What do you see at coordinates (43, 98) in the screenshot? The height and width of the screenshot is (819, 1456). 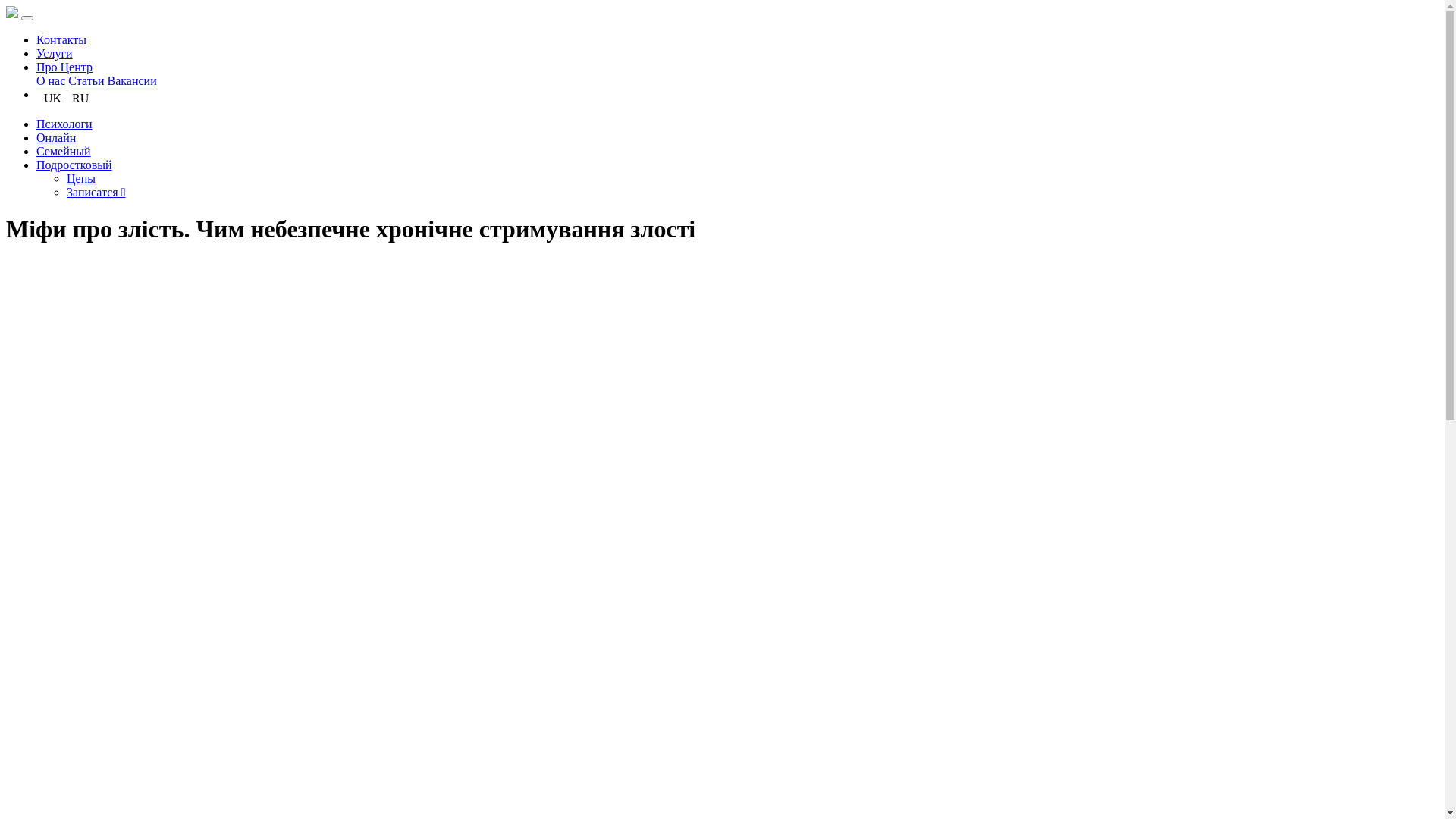 I see `'UK'` at bounding box center [43, 98].